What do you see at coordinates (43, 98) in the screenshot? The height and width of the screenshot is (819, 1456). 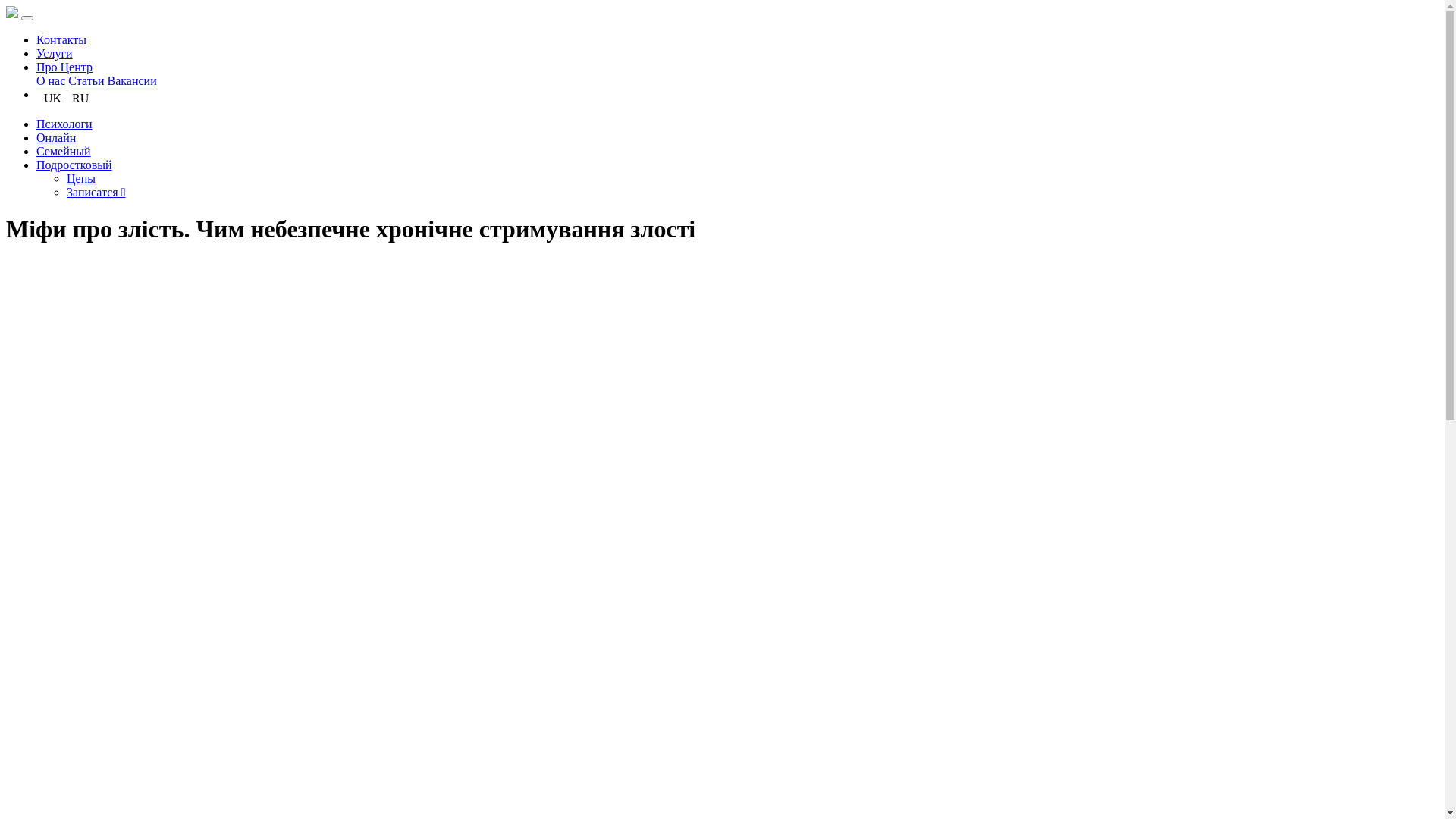 I see `'UK'` at bounding box center [43, 98].